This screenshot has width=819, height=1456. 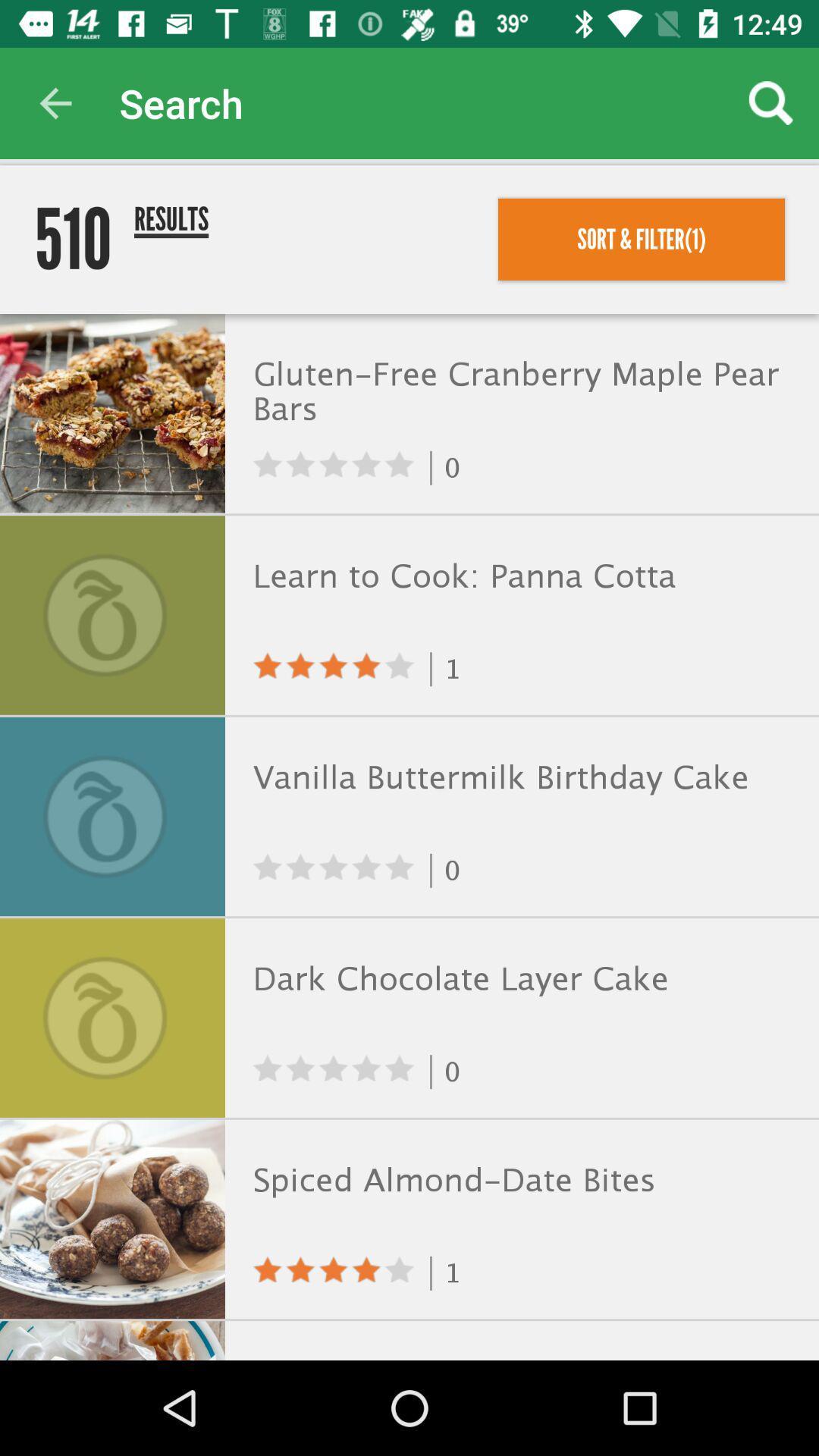 I want to click on the vanilla buttermilk birthday item, so click(x=518, y=778).